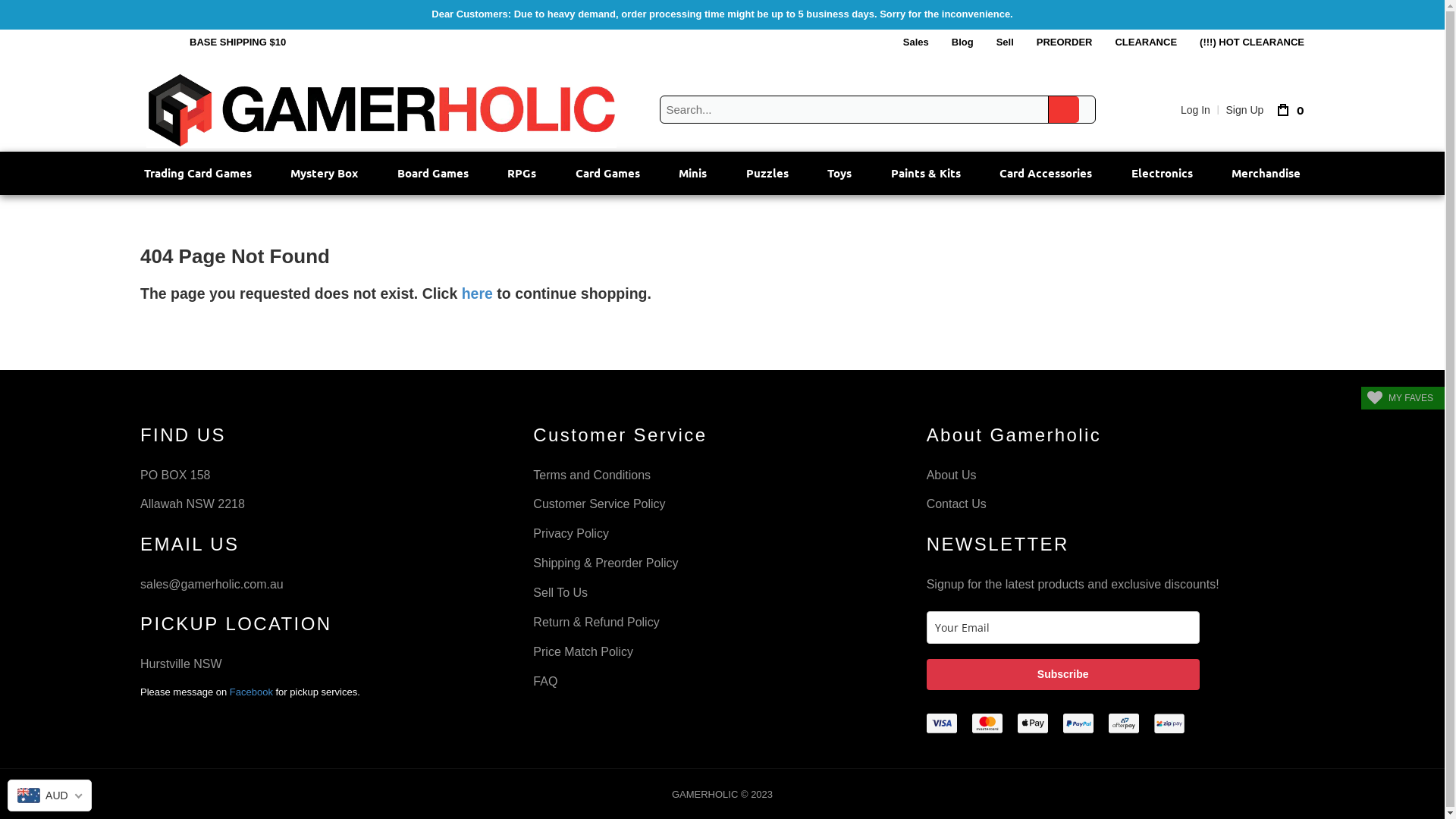  Describe the element at coordinates (1244, 109) in the screenshot. I see `'Sign Up'` at that location.